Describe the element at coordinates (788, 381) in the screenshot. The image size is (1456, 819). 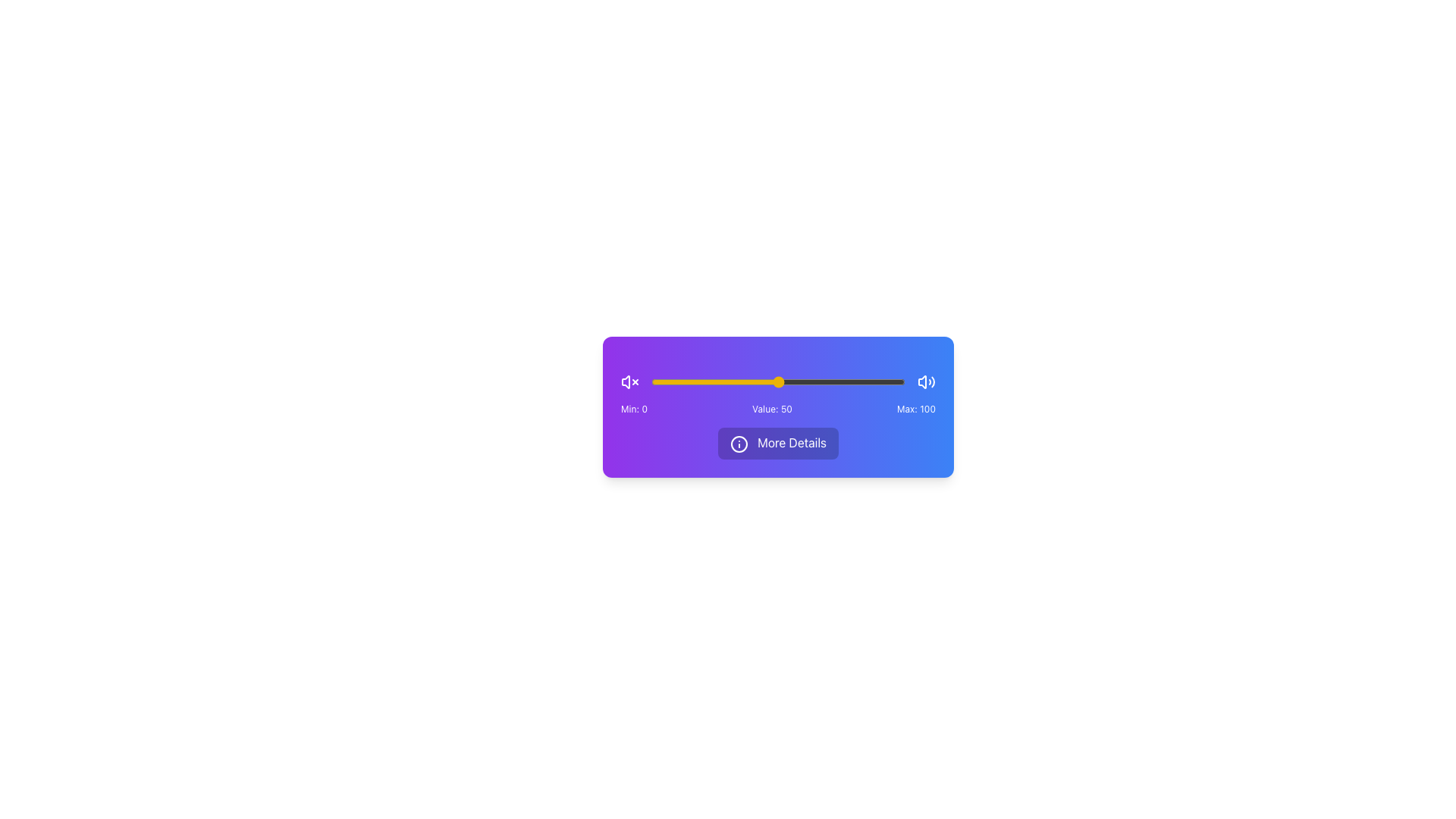
I see `the volume` at that location.